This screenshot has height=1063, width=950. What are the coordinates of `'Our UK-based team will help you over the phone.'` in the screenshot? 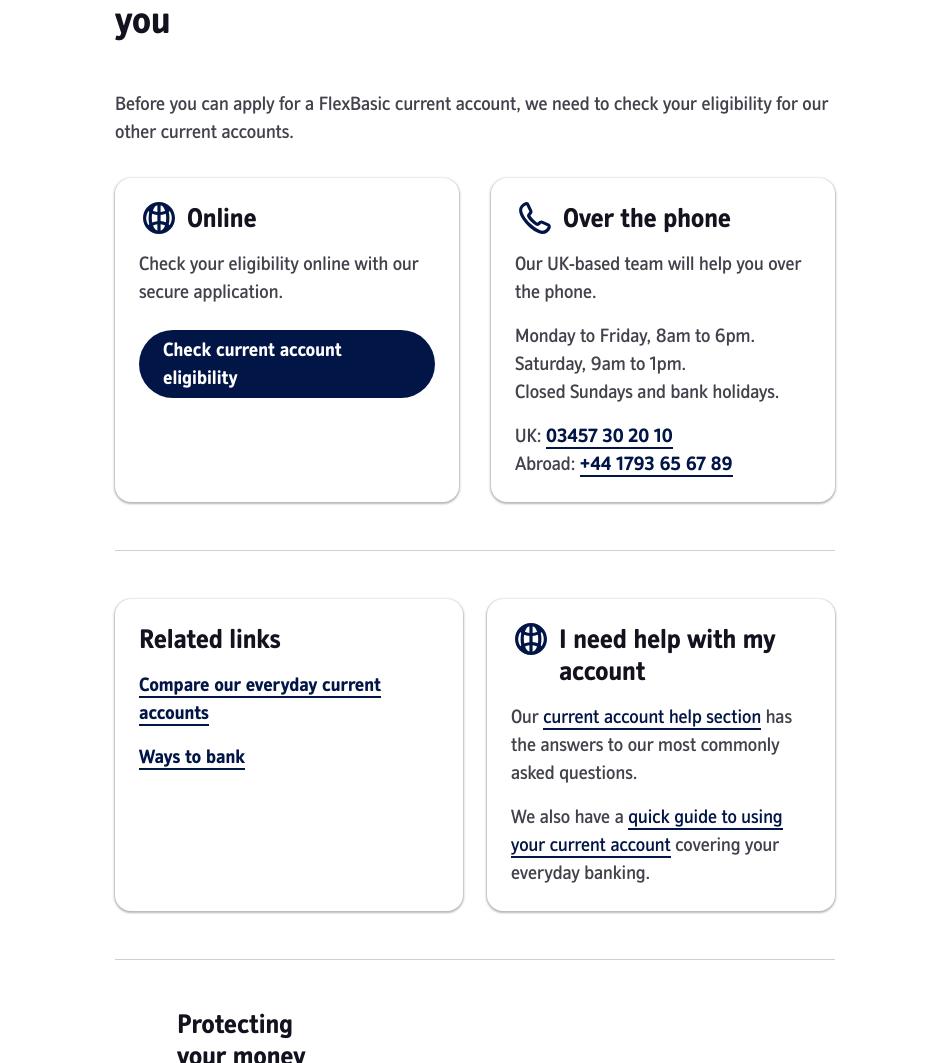 It's located at (657, 277).